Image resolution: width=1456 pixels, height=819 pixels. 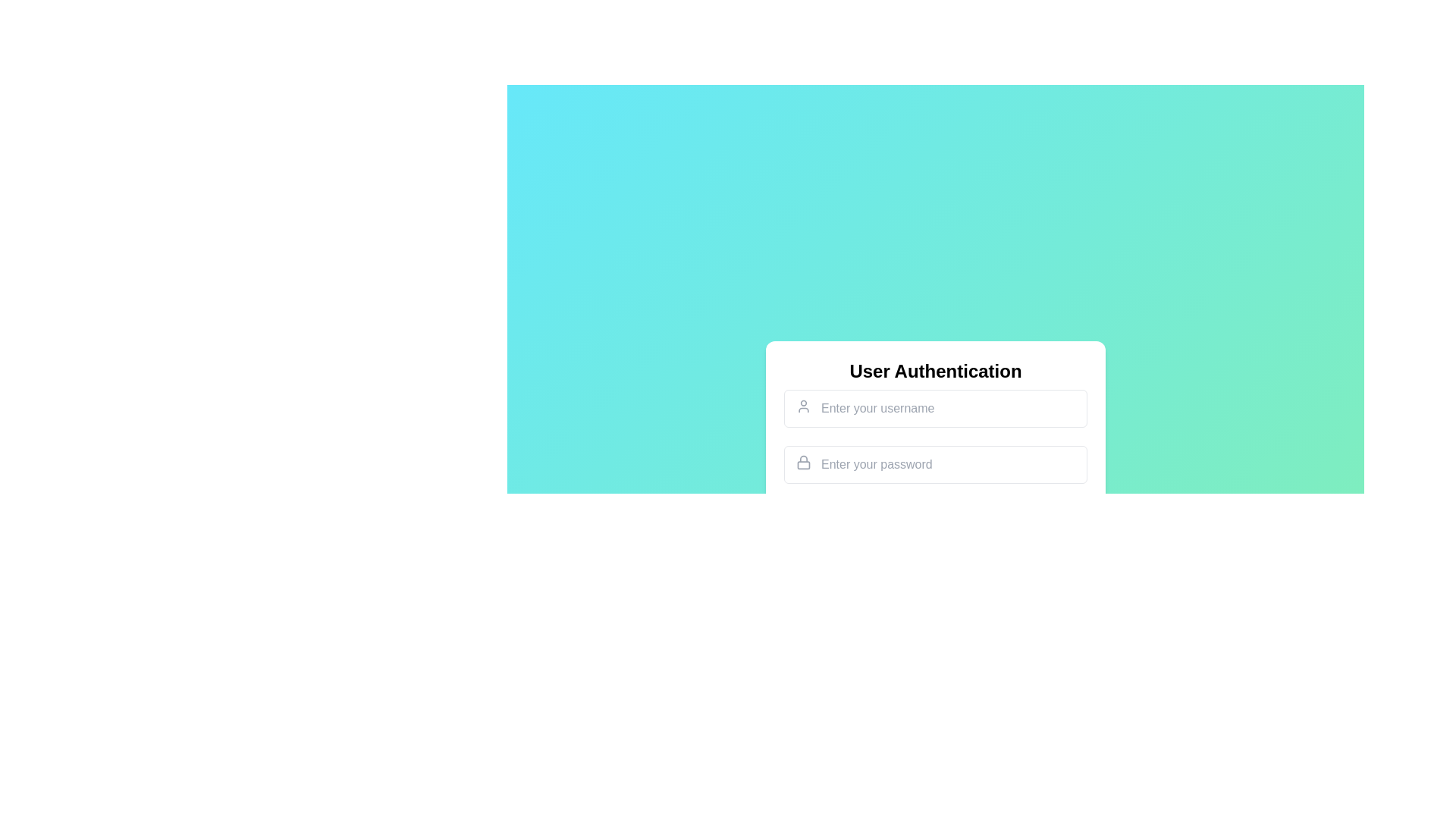 I want to click on the minimalist gray lock icon located on the left side of the password input field, so click(x=803, y=461).